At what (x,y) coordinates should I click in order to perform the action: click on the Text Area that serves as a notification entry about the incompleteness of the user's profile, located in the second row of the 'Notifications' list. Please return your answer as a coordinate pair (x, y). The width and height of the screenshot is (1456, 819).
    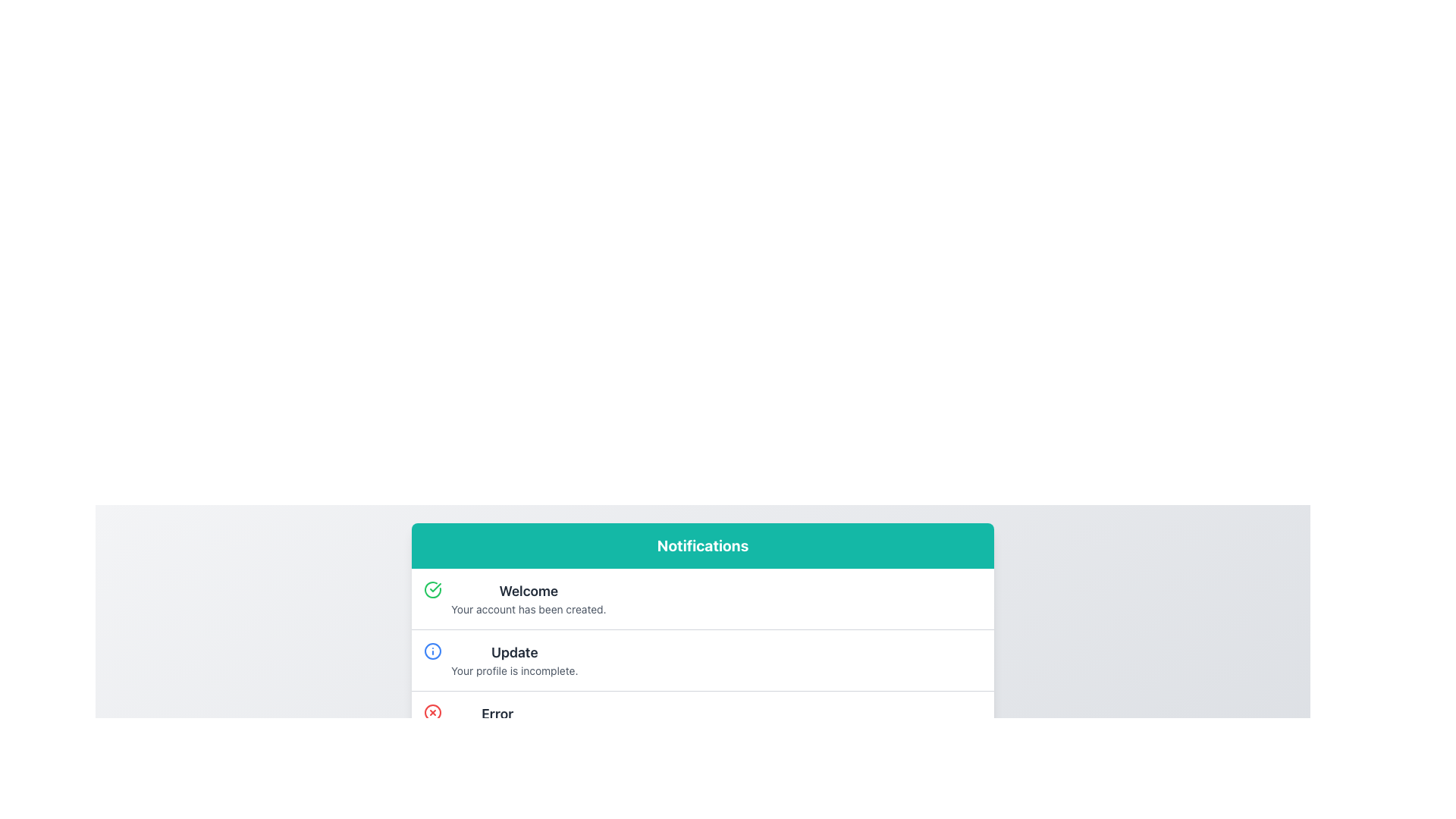
    Looking at the image, I should click on (514, 660).